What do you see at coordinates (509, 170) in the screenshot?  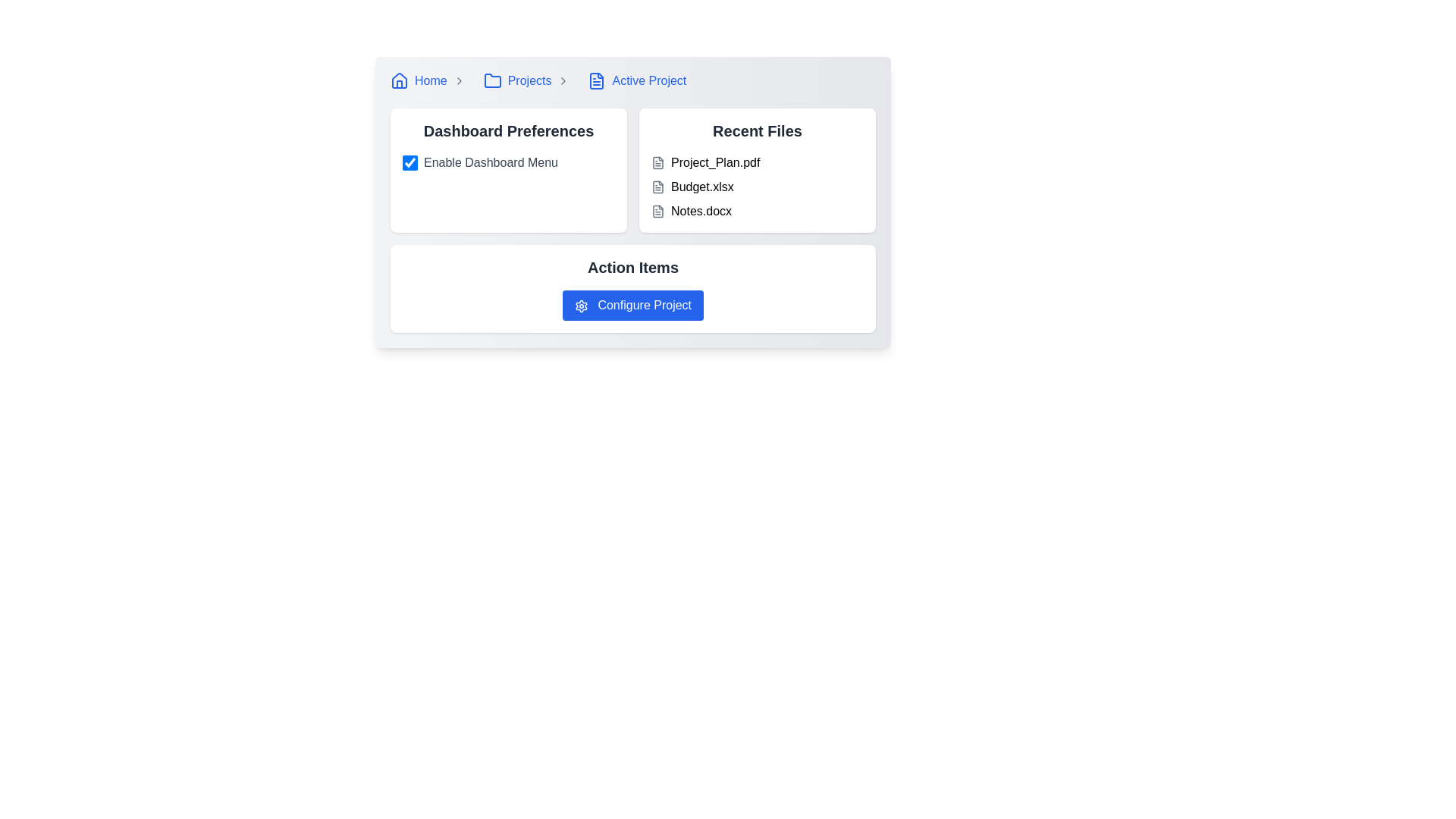 I see `the section header for user preferences related to the dashboard, which contains a checkbox option to enable or disable a specific feature` at bounding box center [509, 170].